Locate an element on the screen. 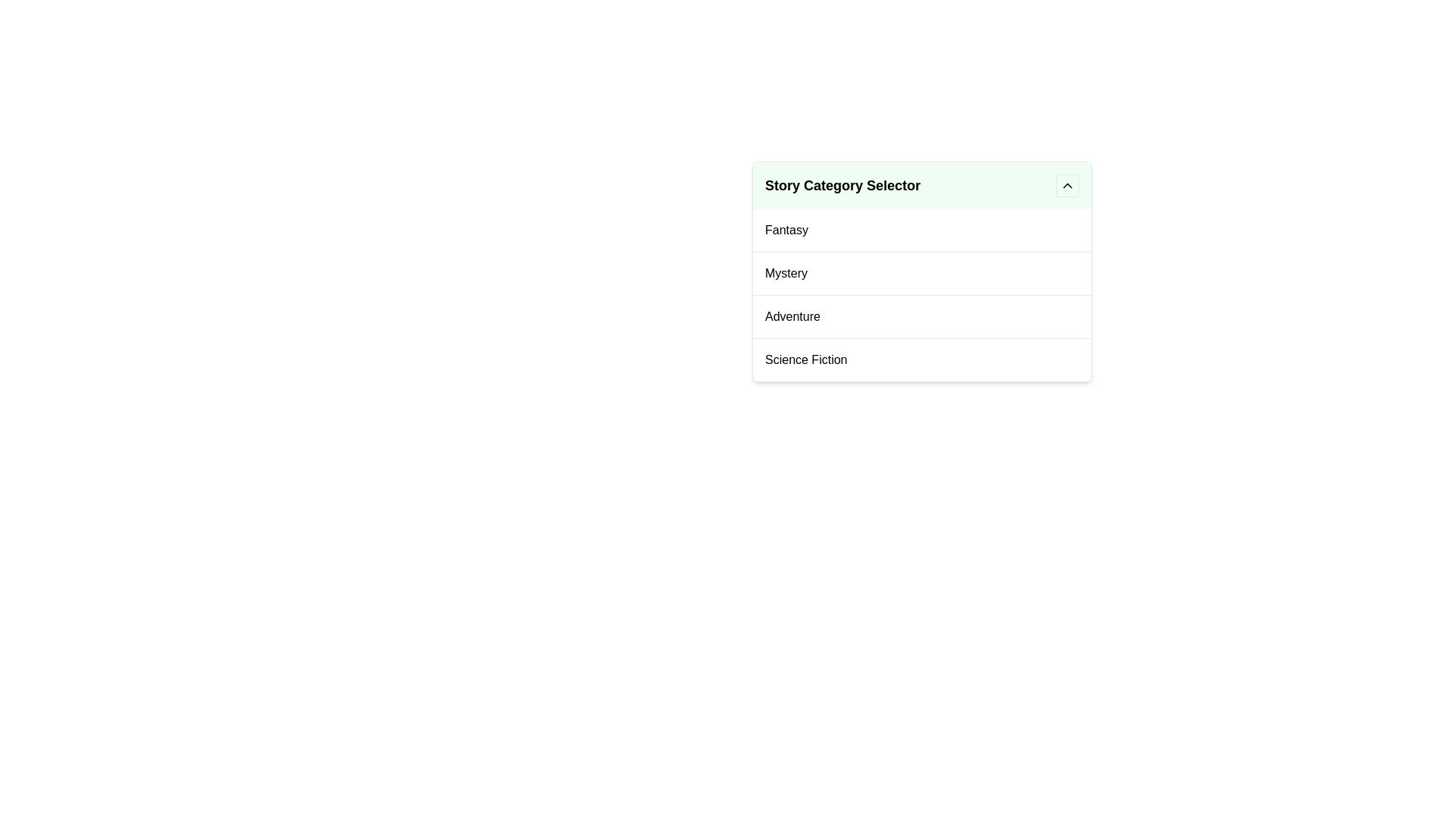  the button located in the top-right corner of the 'Story Category Selector' interface is located at coordinates (1066, 185).